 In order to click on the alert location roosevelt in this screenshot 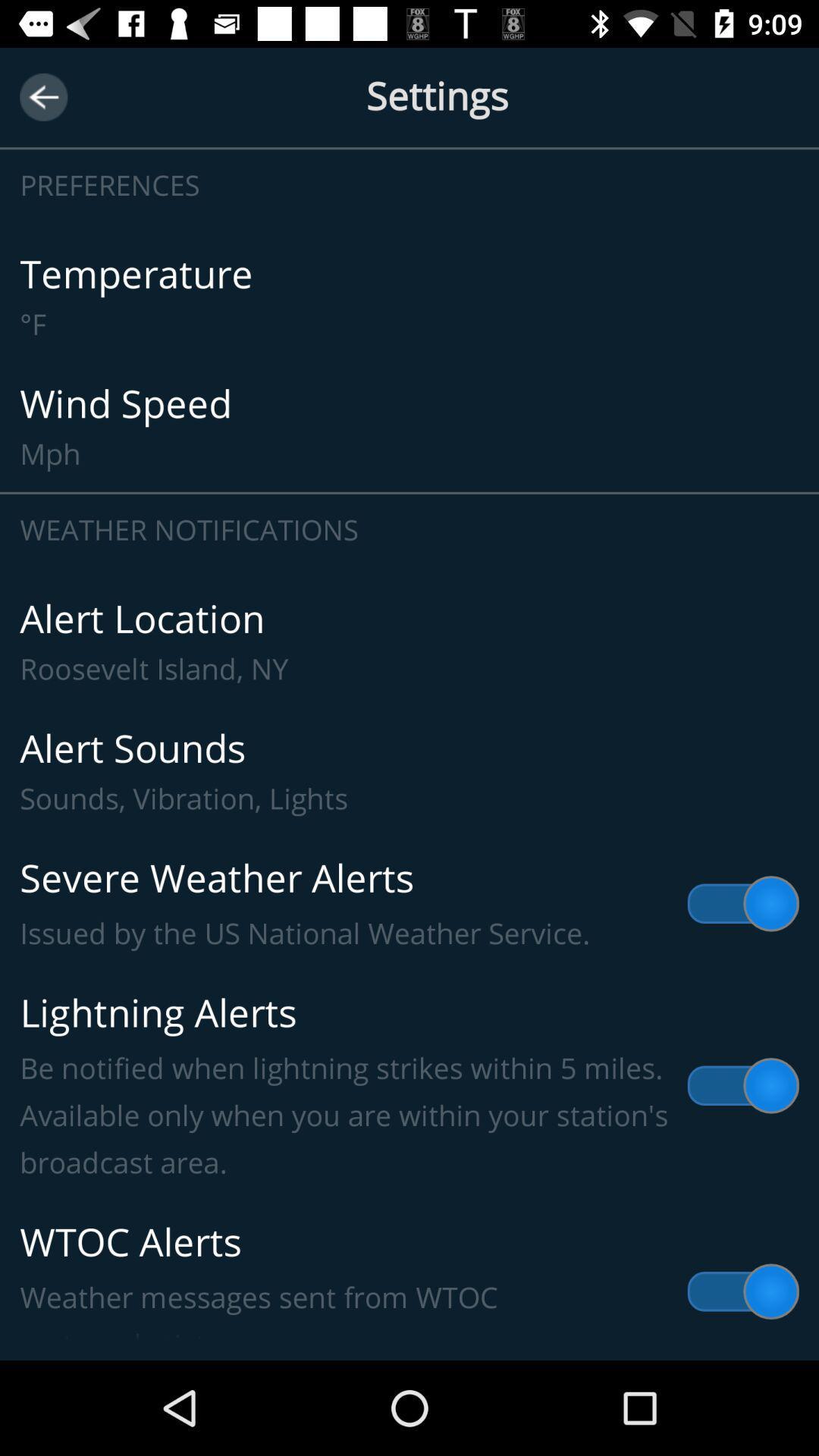, I will do `click(409, 642)`.